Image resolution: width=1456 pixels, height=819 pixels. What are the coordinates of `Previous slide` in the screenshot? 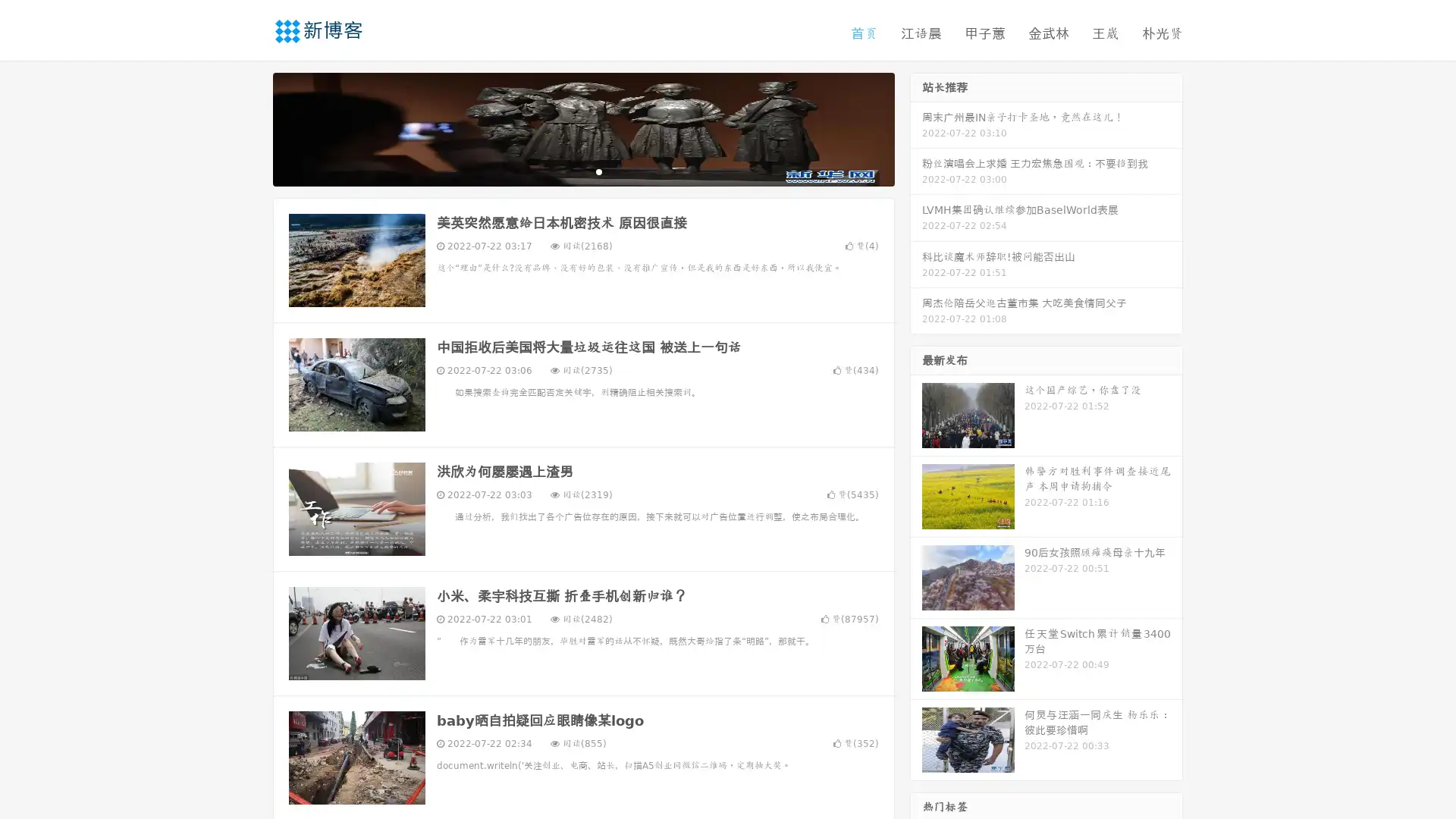 It's located at (250, 127).